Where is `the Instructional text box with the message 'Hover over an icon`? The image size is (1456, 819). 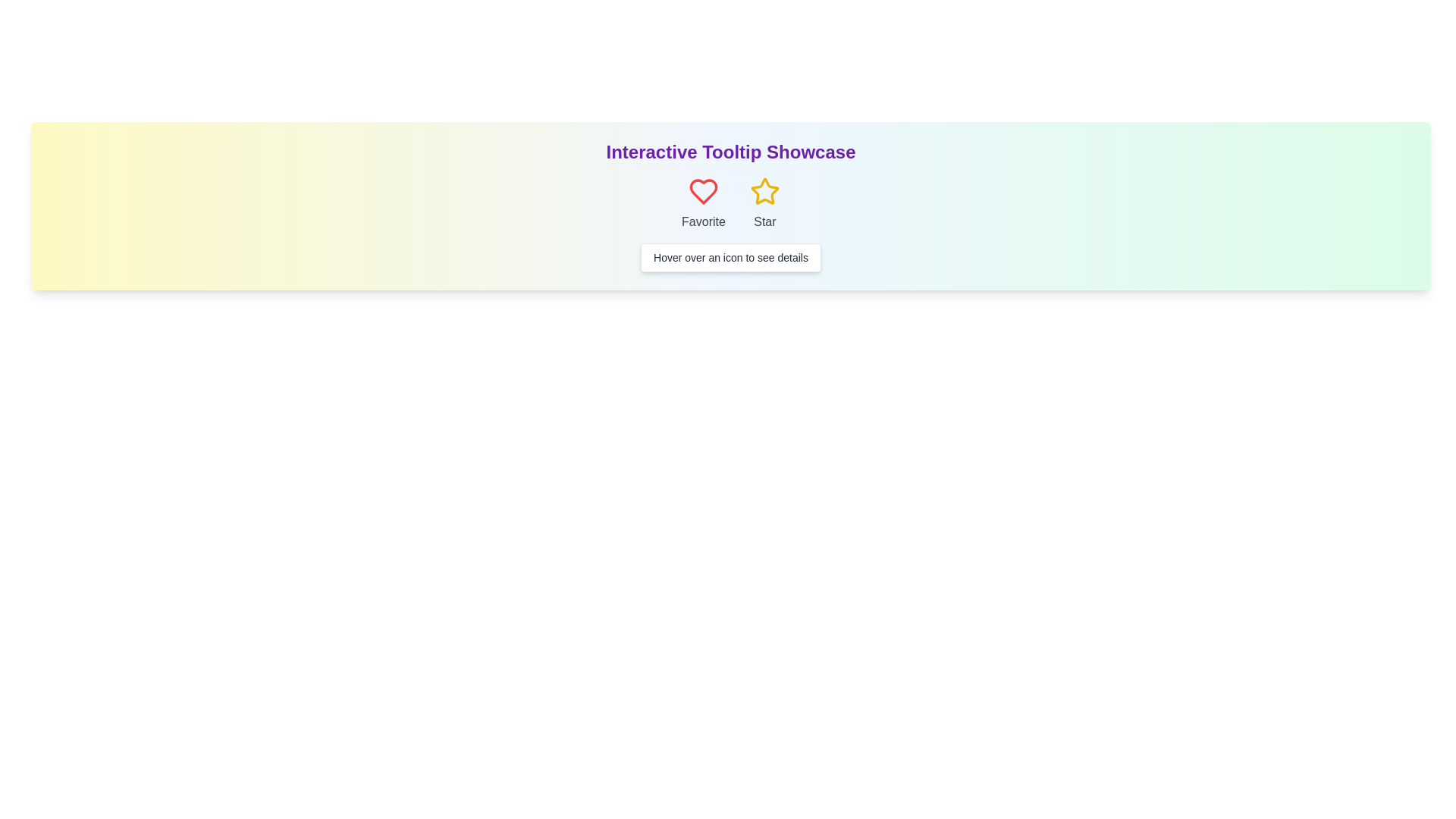
the Instructional text box with the message 'Hover over an icon is located at coordinates (731, 256).